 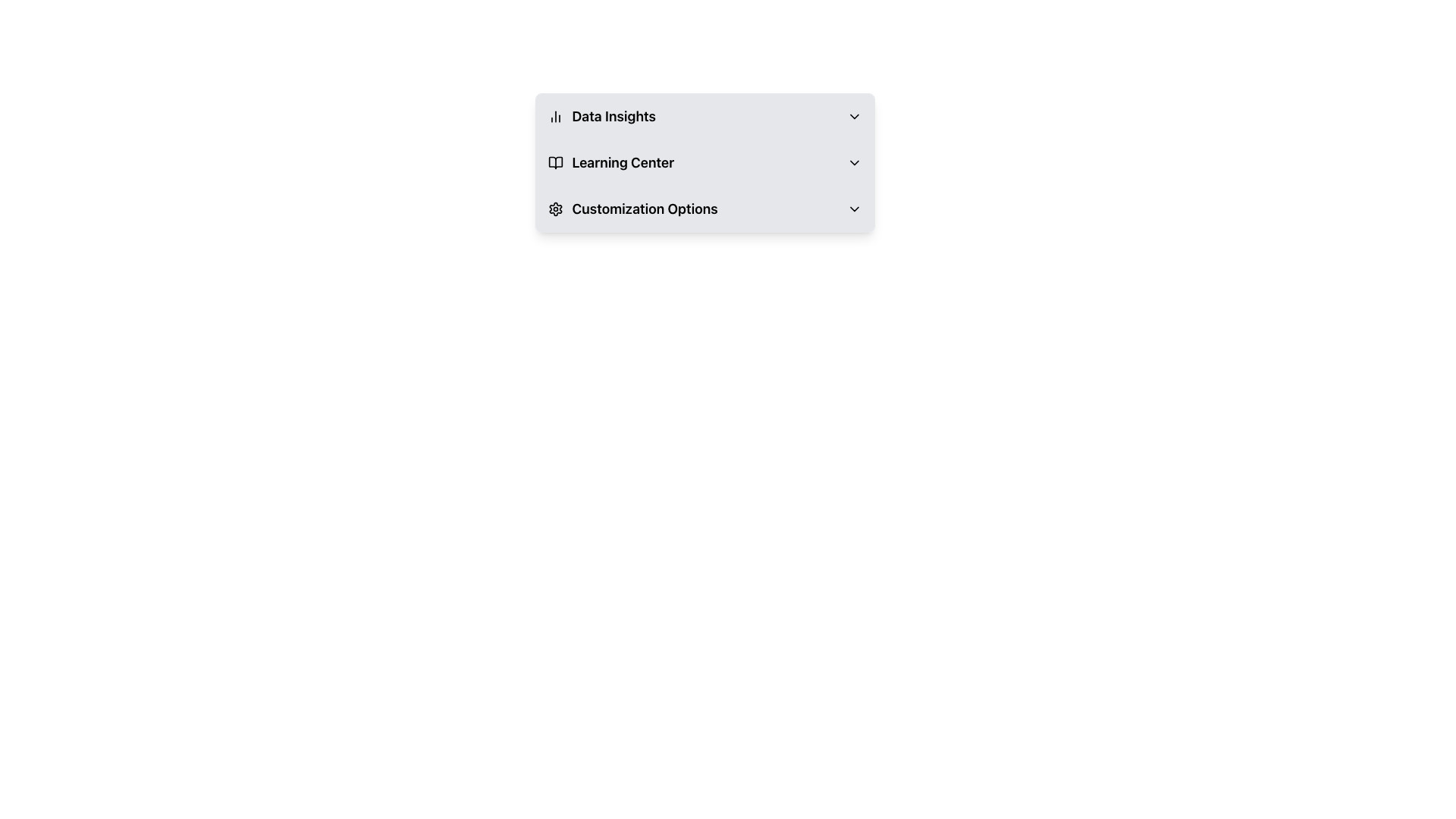 I want to click on the 'Learning Center' menu item, which is centrally positioned between 'Data Insights' and 'Customization Options' in the grouped menu system, so click(x=610, y=163).